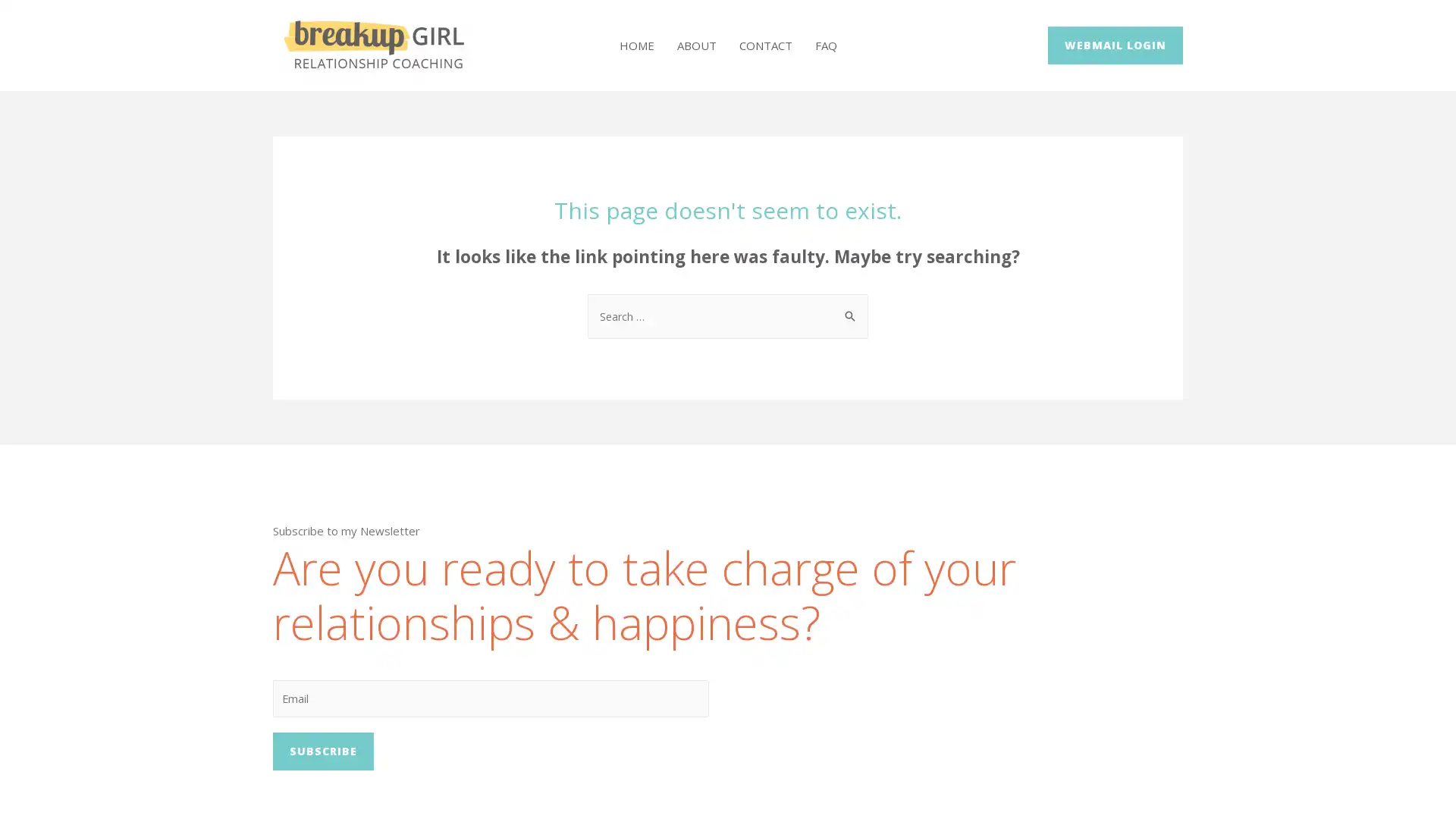 The image size is (1456, 819). I want to click on Search, so click(851, 308).